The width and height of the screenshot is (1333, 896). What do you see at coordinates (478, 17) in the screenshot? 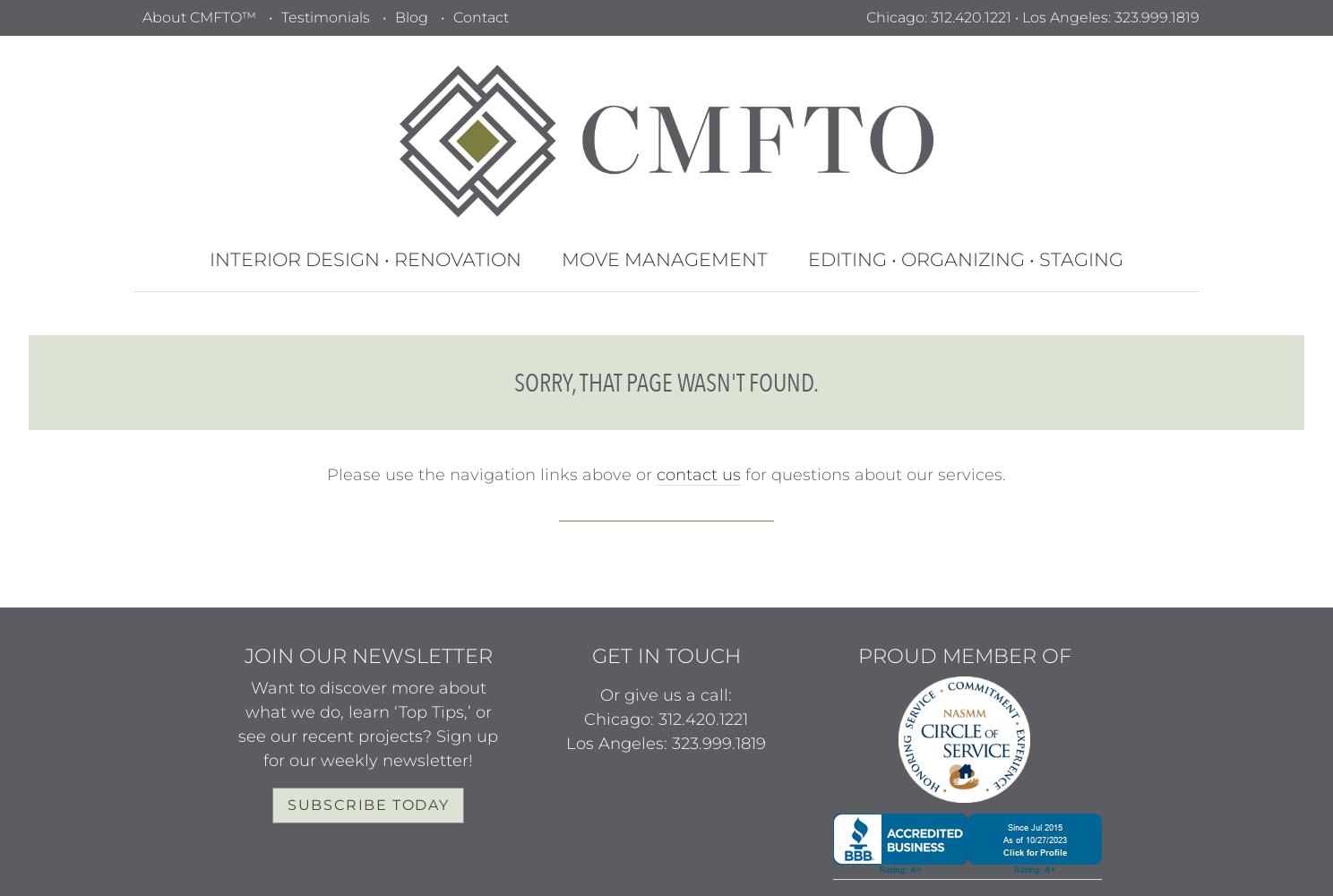
I see `'Contact'` at bounding box center [478, 17].